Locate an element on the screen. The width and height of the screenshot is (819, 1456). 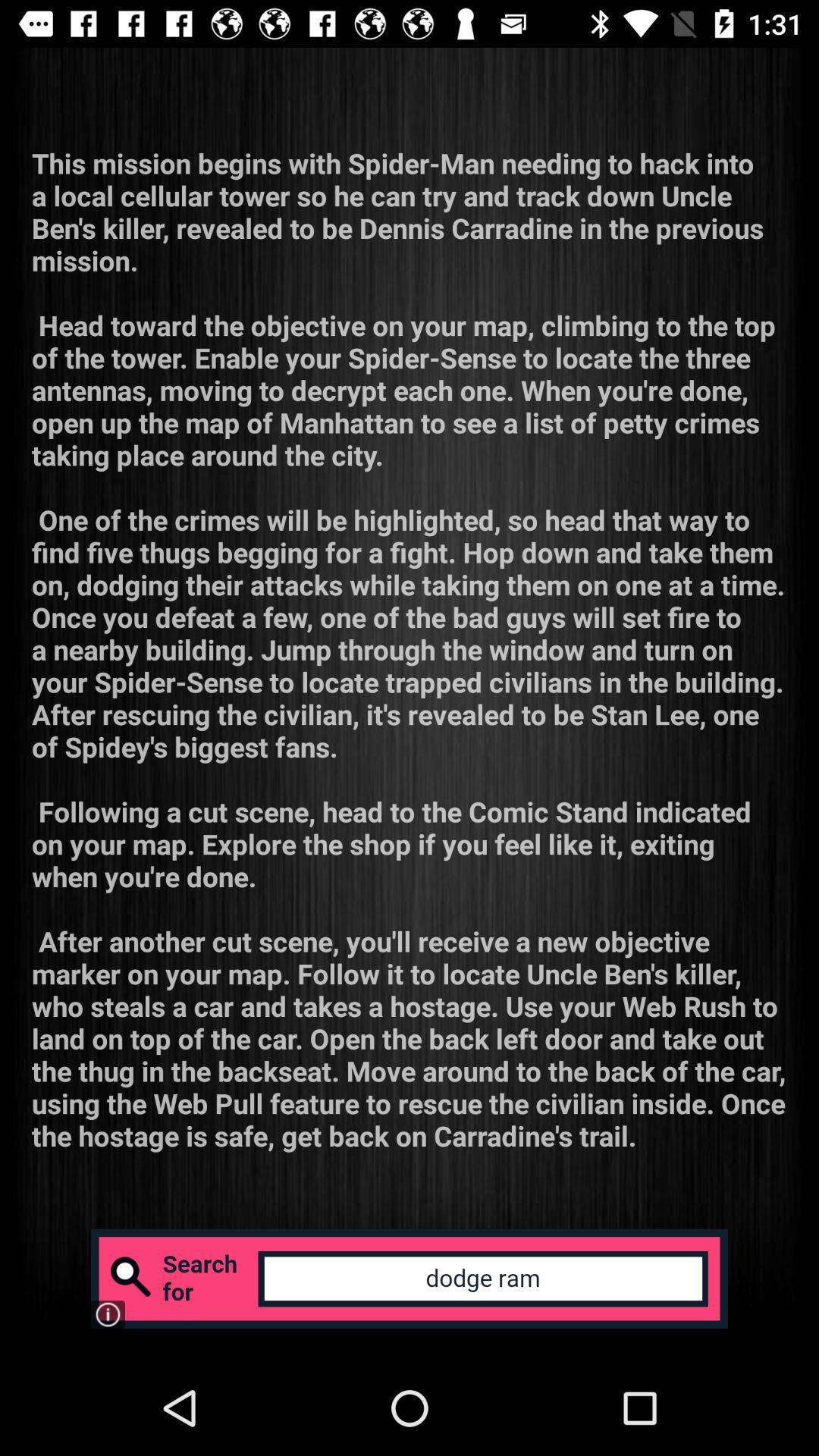
advertisement page is located at coordinates (409, 1278).